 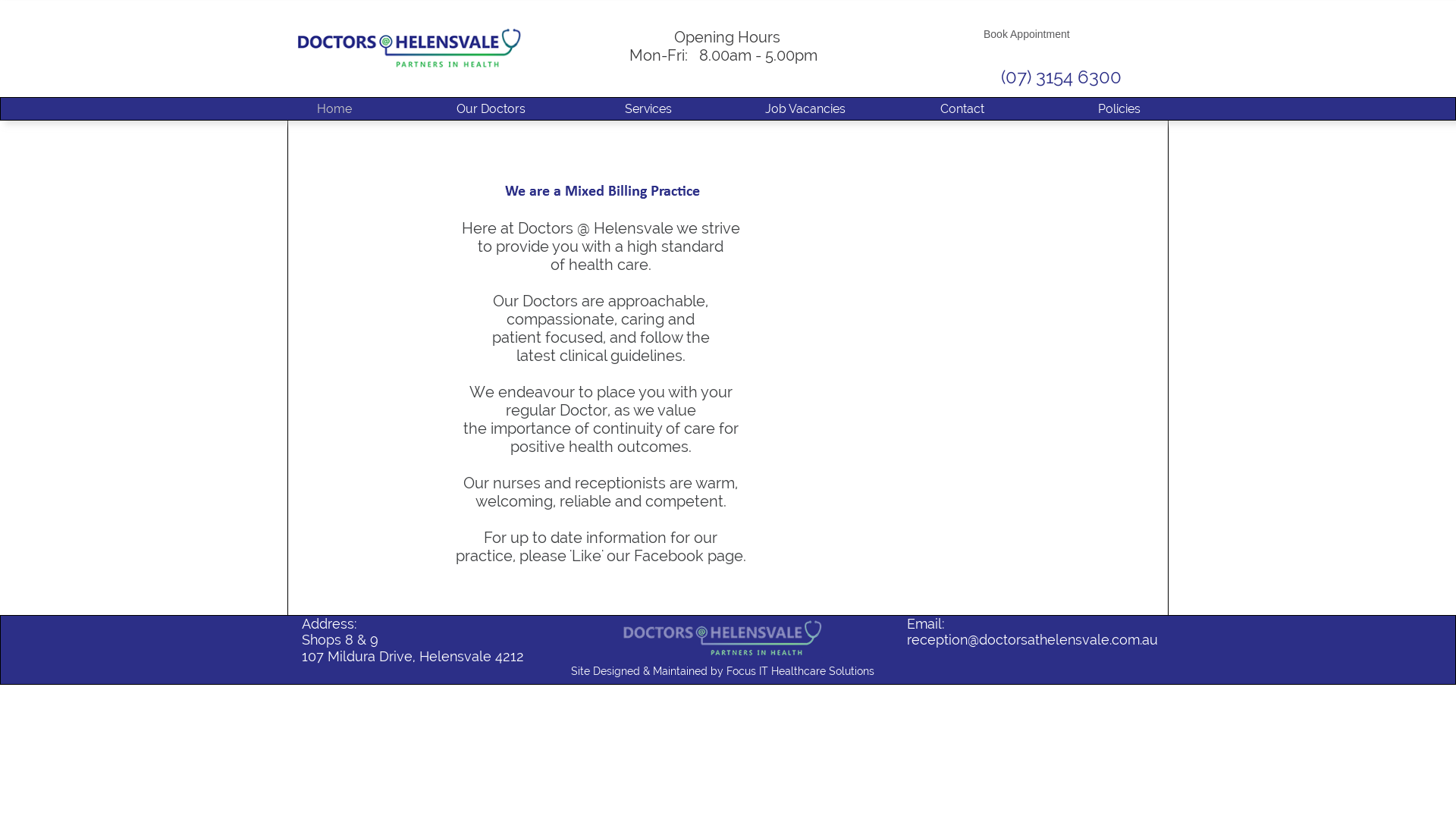 I want to click on 'Home', so click(x=334, y=108).